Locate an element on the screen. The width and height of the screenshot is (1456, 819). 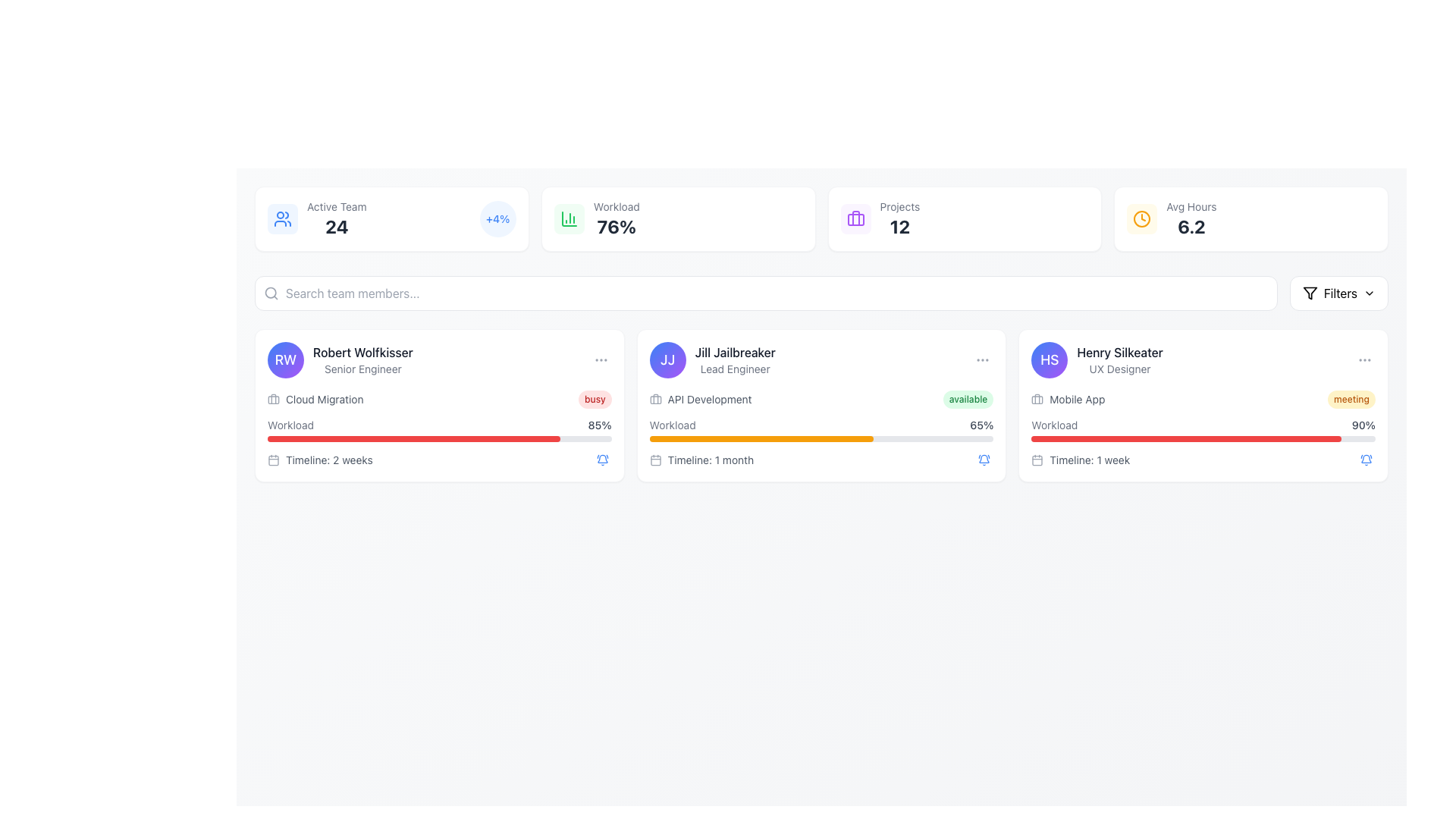
the text display element that shows 'Workload' with the value '76%' is located at coordinates (617, 219).